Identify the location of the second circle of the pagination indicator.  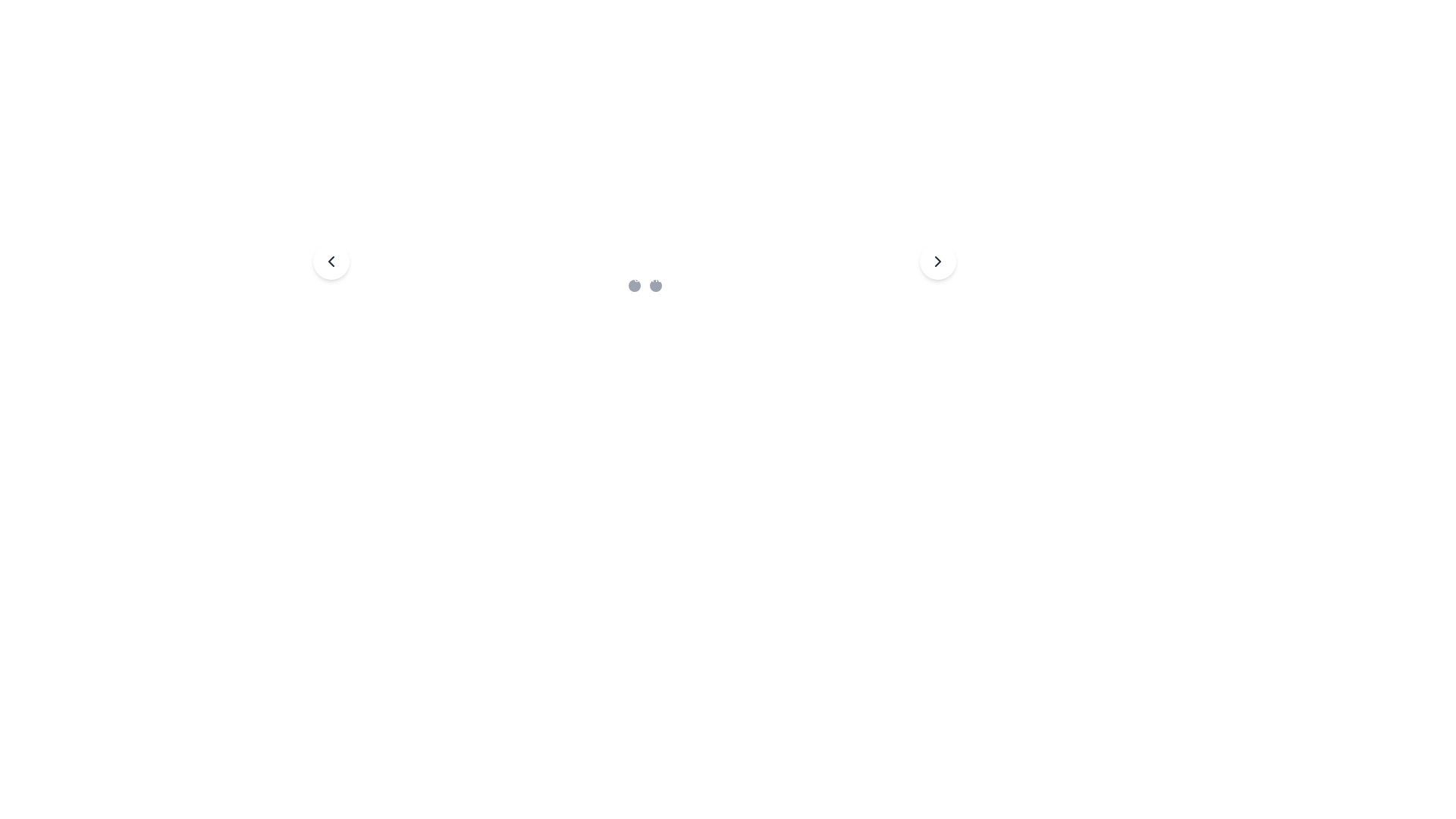
(634, 286).